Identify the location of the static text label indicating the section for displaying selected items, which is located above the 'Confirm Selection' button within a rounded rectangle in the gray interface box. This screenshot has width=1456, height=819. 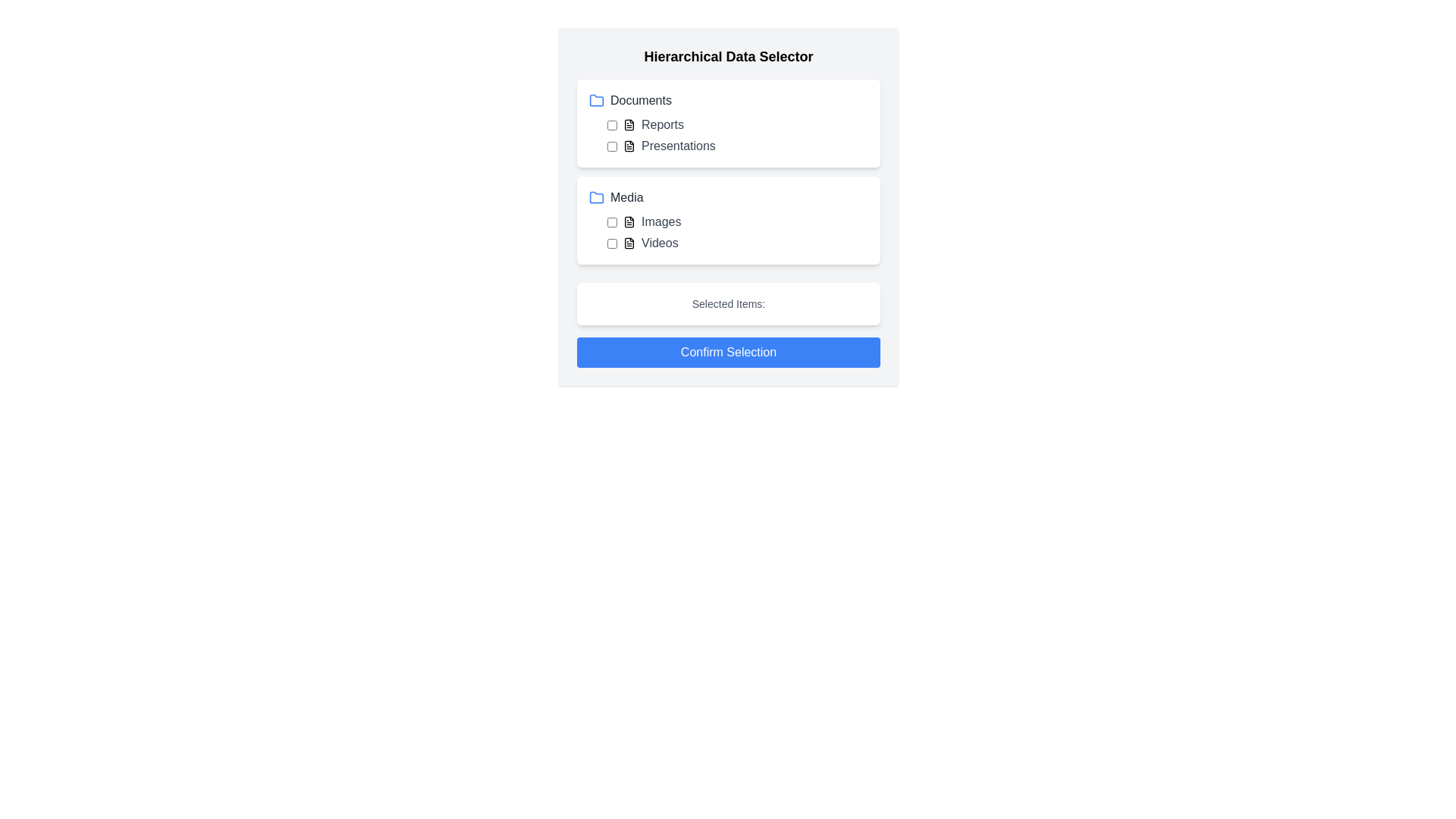
(728, 304).